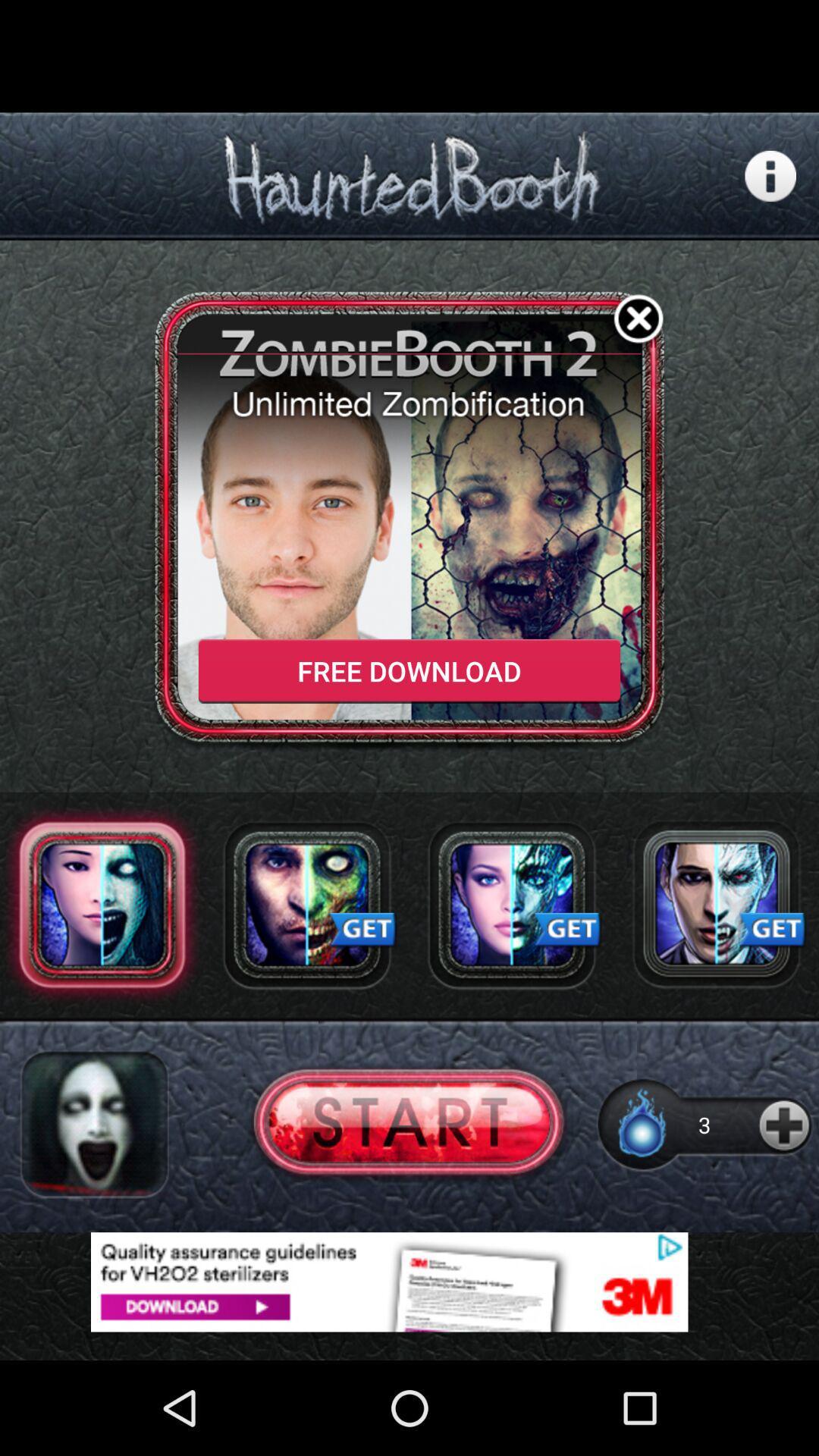  Describe the element at coordinates (717, 905) in the screenshot. I see `press button to get app/functionality` at that location.